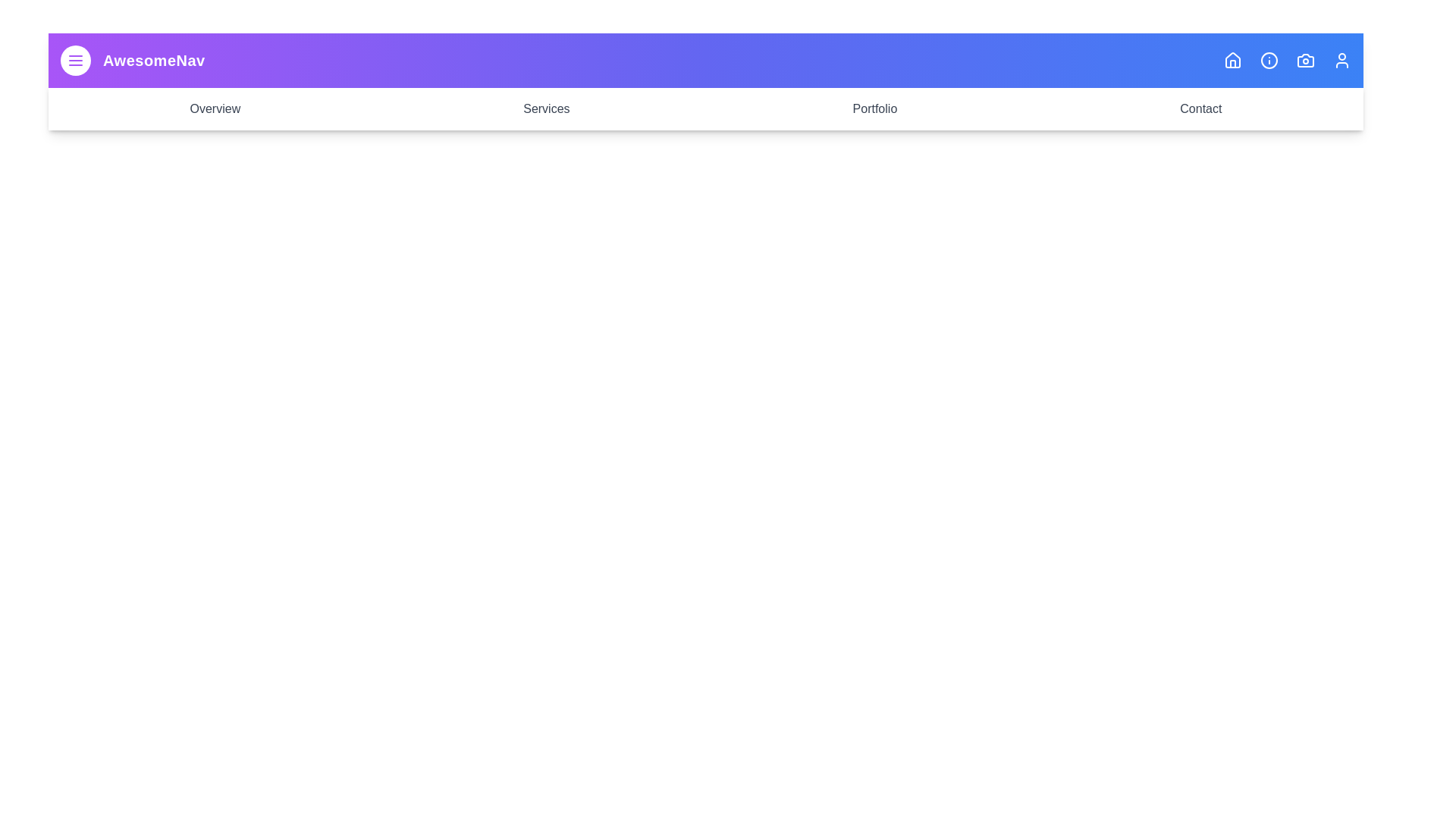 This screenshot has height=819, width=1456. What do you see at coordinates (1305, 60) in the screenshot?
I see `the Camera icon in the app bar` at bounding box center [1305, 60].